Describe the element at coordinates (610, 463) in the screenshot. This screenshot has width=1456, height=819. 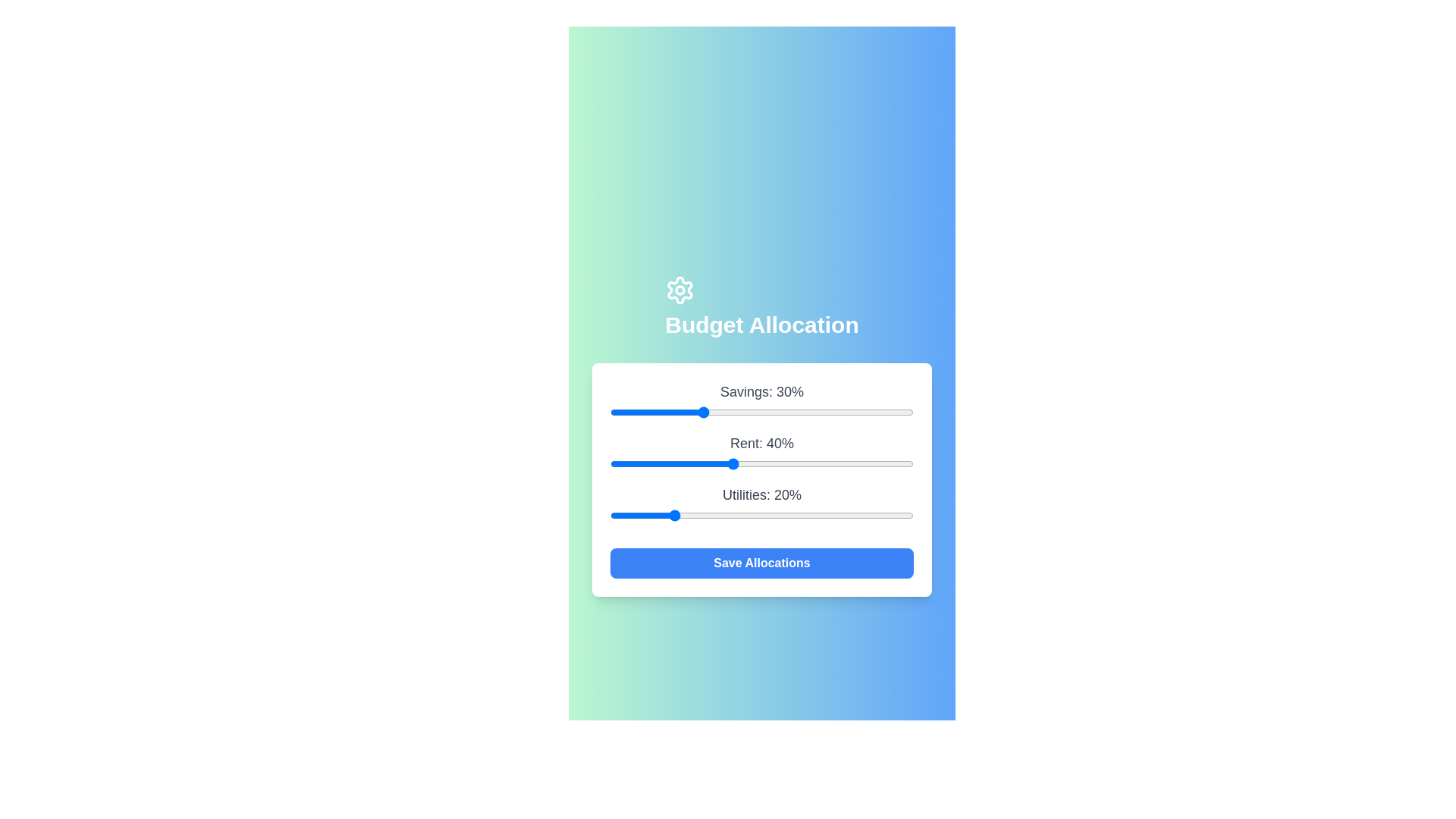
I see `the 'Rent' slider to 0%` at that location.